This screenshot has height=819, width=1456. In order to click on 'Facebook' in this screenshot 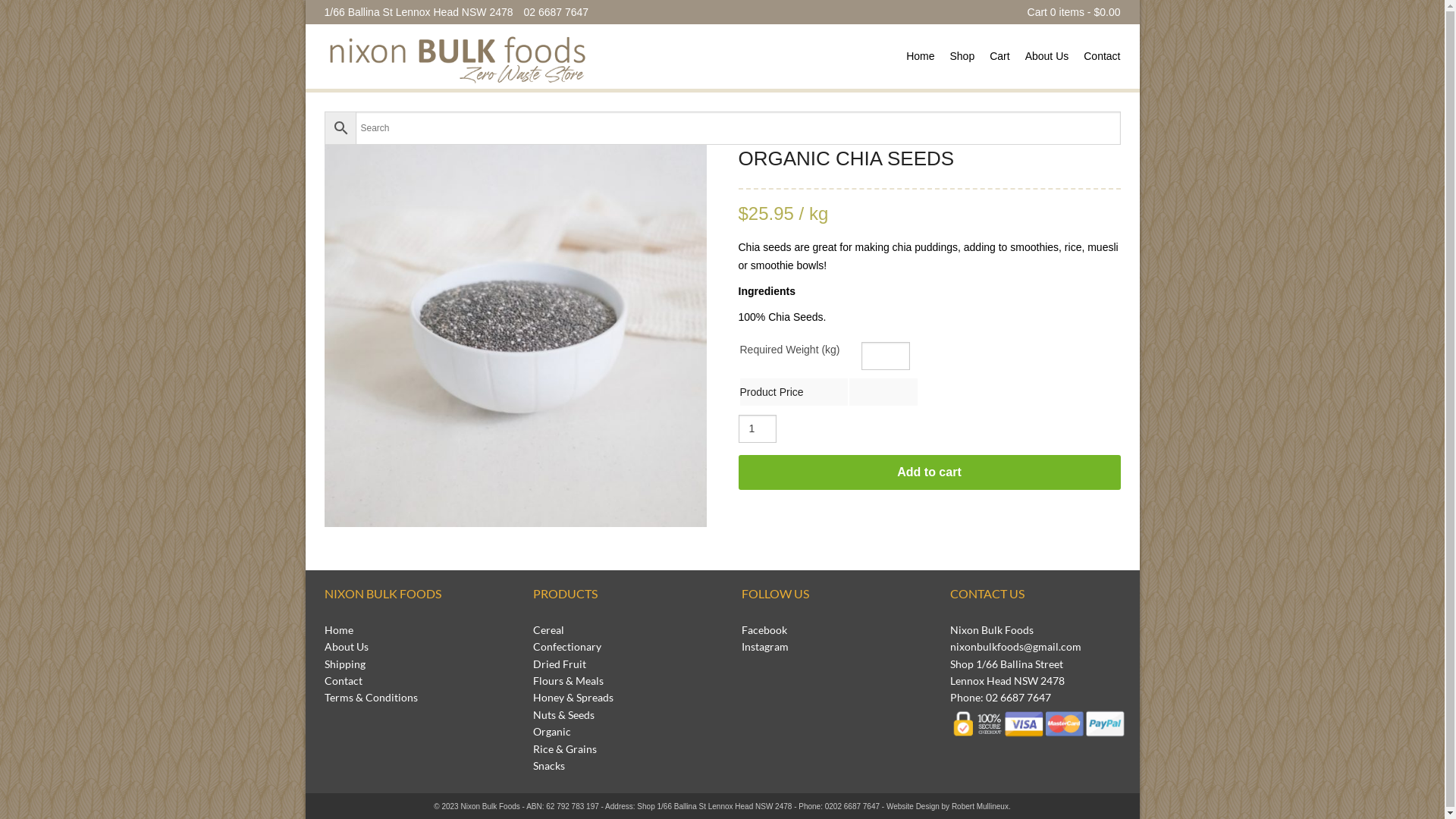, I will do `click(764, 629)`.